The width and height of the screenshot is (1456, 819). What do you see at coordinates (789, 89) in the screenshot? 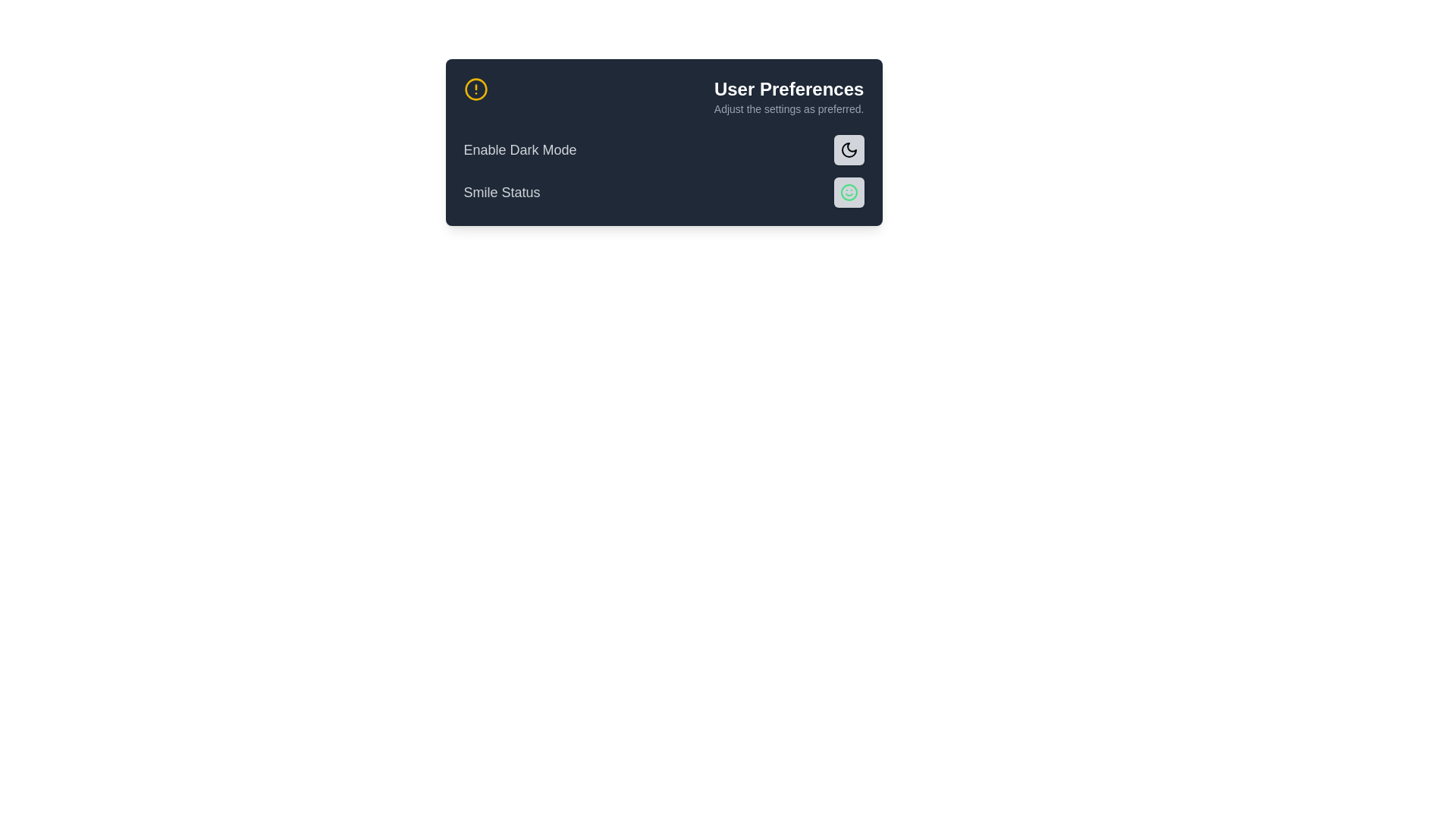
I see `the text label displaying 'User Preferences', which is a bold, large white font against a dark background located in the top right section of a rectangular panel` at bounding box center [789, 89].